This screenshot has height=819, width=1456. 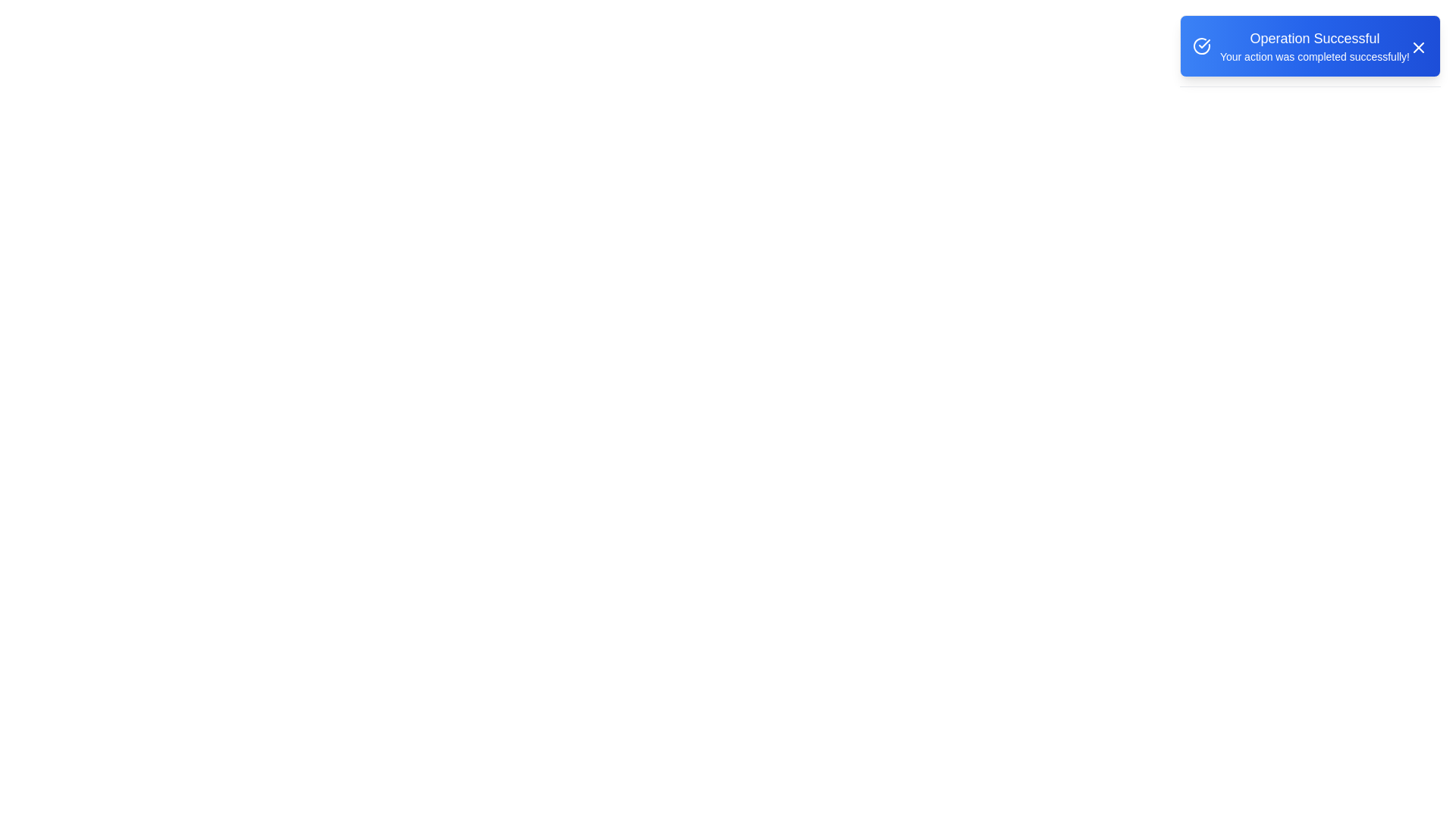 What do you see at coordinates (1200, 45) in the screenshot?
I see `the success icon in the alert component` at bounding box center [1200, 45].